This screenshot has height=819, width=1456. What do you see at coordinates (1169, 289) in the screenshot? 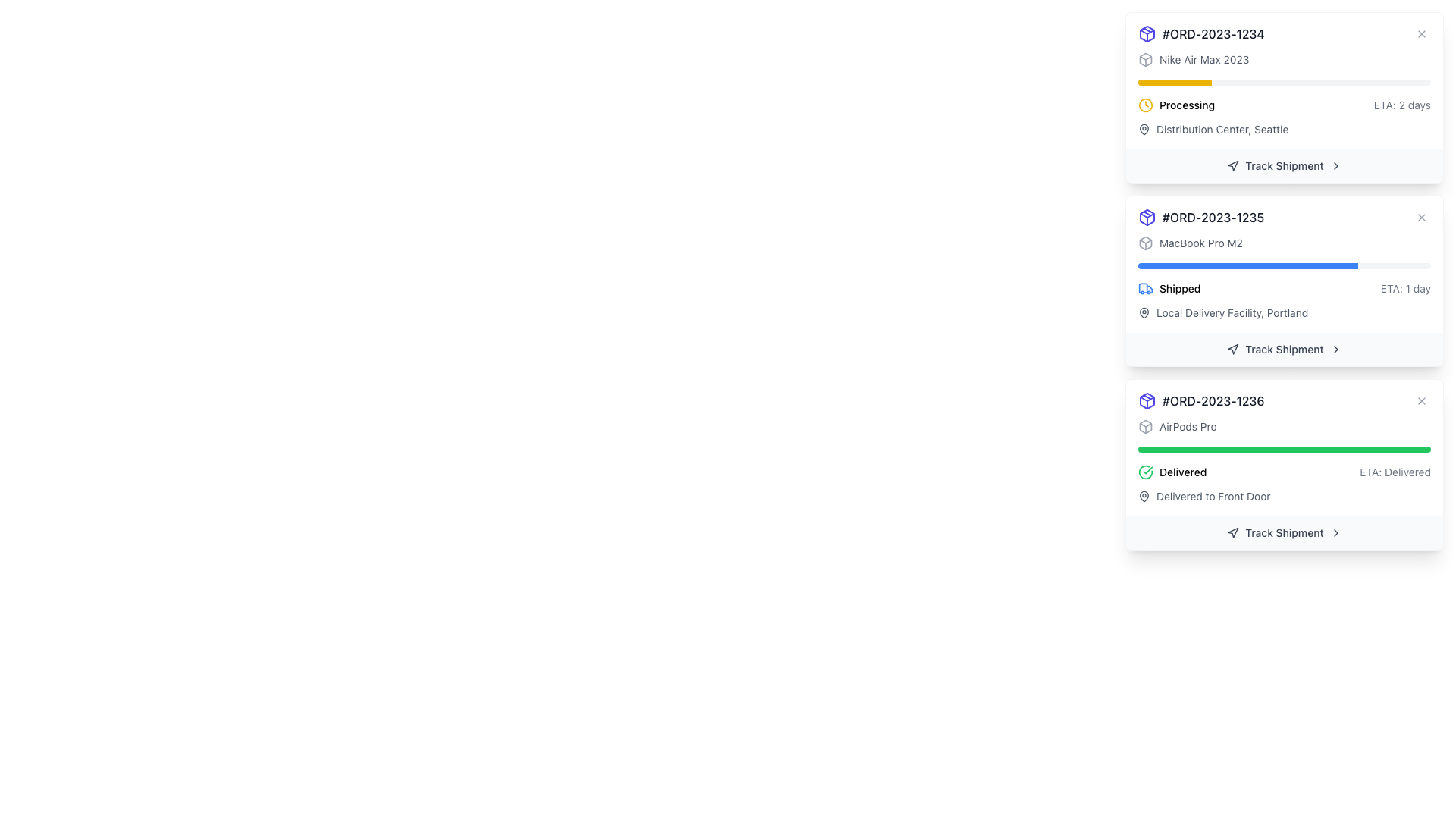
I see `the shipment status by clicking on the Status Indicator that shows a blue truck icon followed by the word 'Shipped' within the second shipment card, located below the progress bar` at bounding box center [1169, 289].